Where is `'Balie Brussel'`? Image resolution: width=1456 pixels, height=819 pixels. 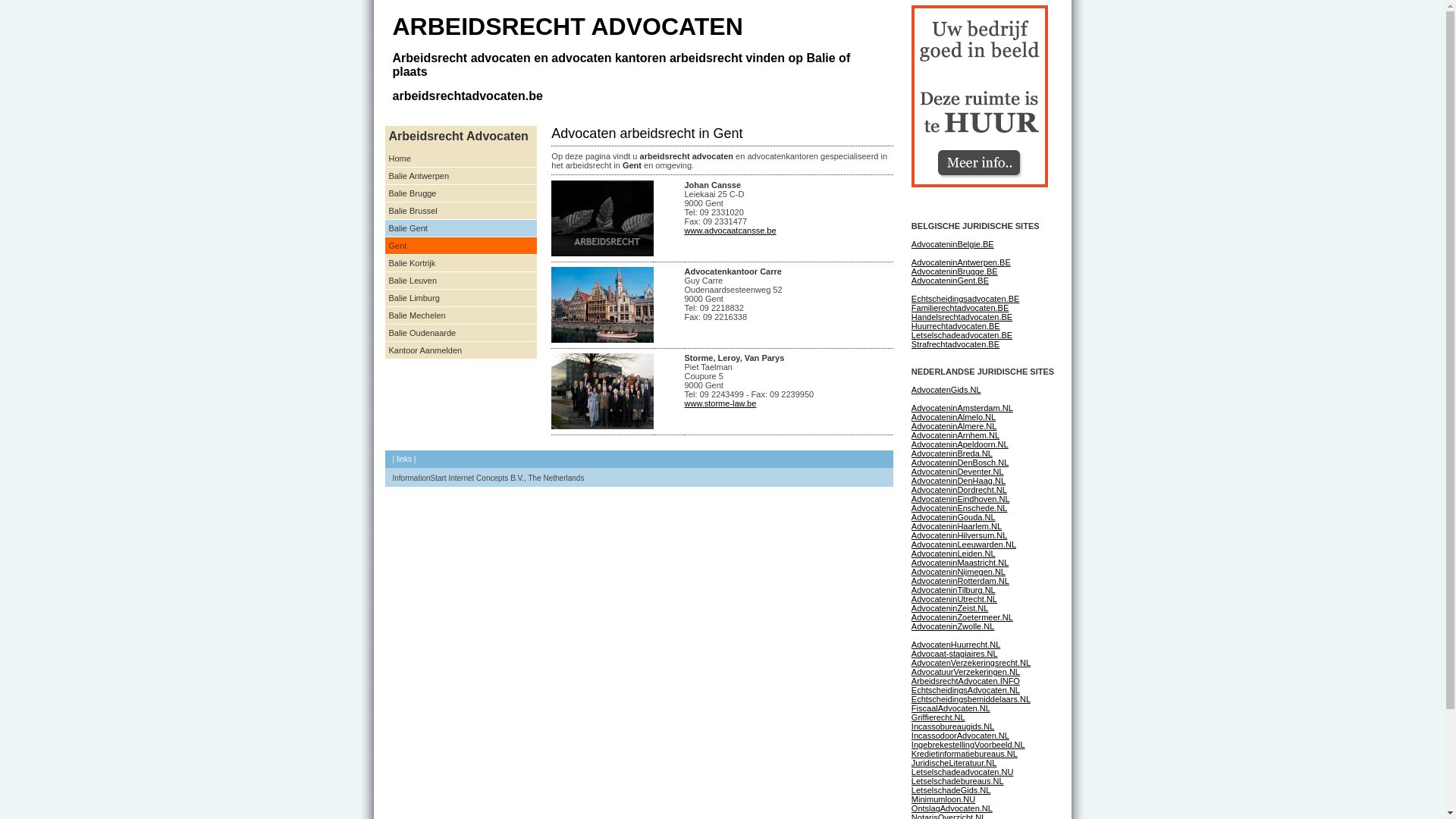
'Balie Brussel' is located at coordinates (460, 211).